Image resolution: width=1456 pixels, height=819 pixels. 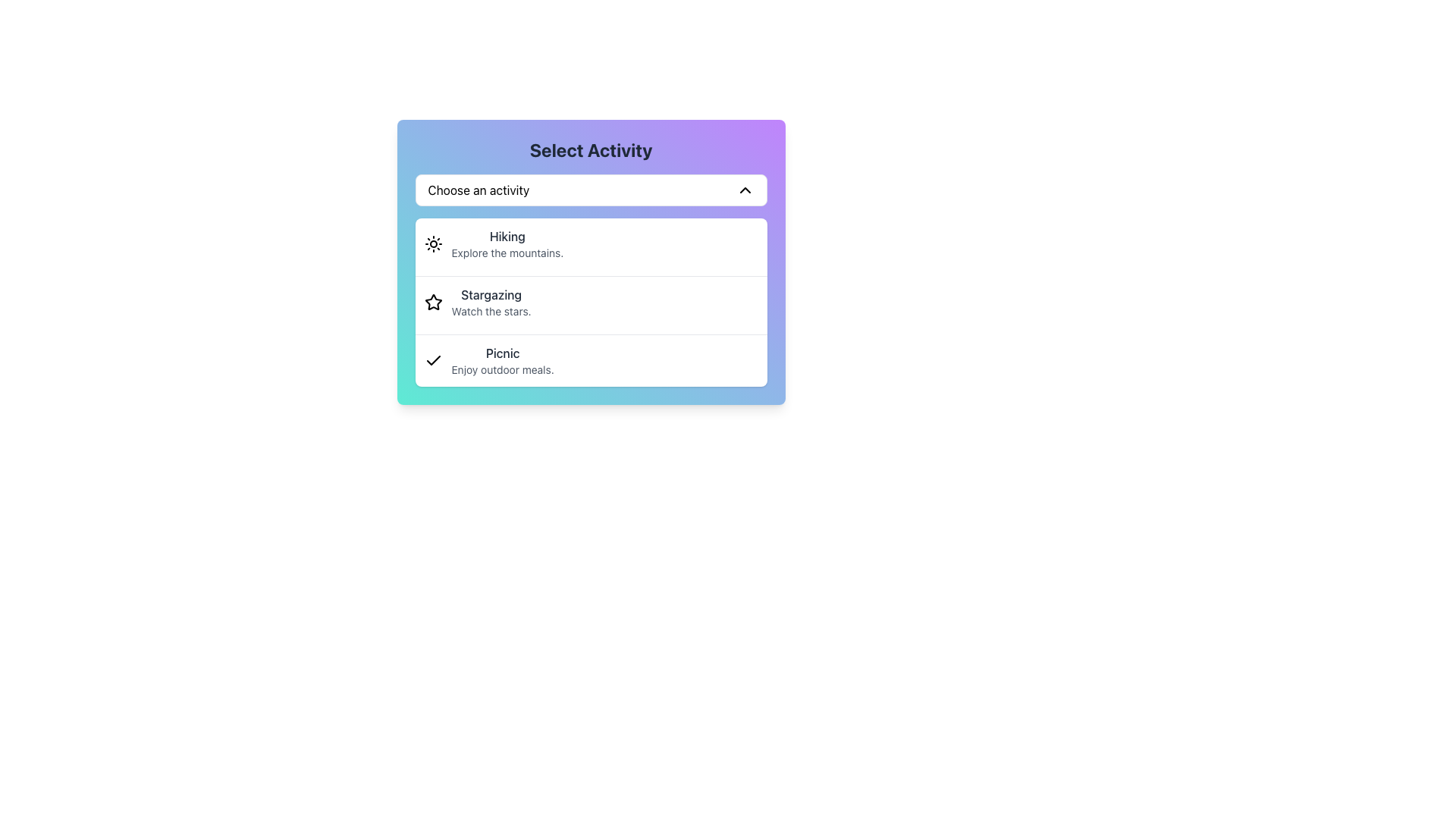 I want to click on the static text label that serves as the title for the selectable option in the dropdown menu, positioned below 'Hiking', so click(x=491, y=295).